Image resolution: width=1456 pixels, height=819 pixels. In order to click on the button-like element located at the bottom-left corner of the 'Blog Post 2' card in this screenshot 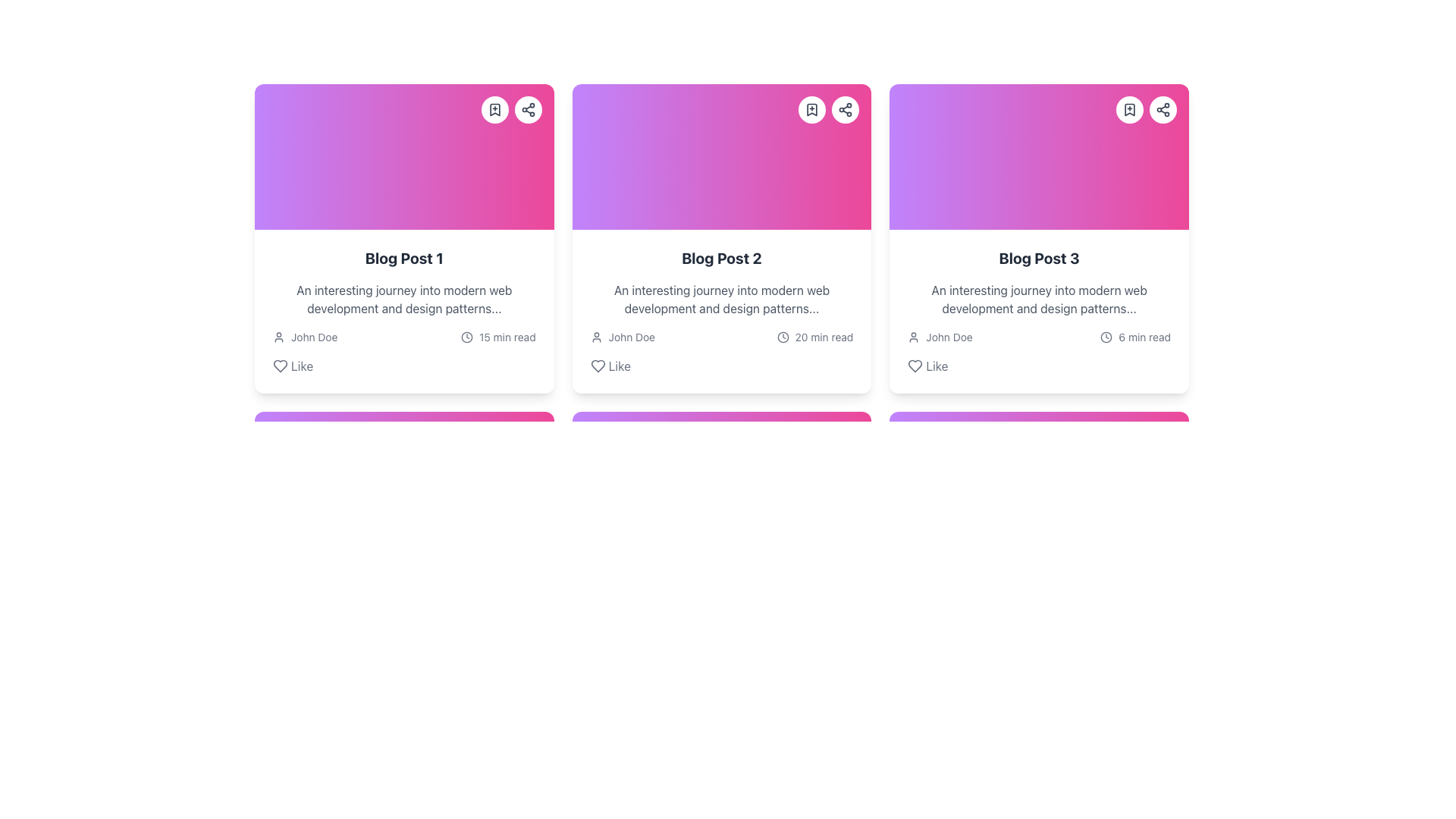, I will do `click(610, 366)`.